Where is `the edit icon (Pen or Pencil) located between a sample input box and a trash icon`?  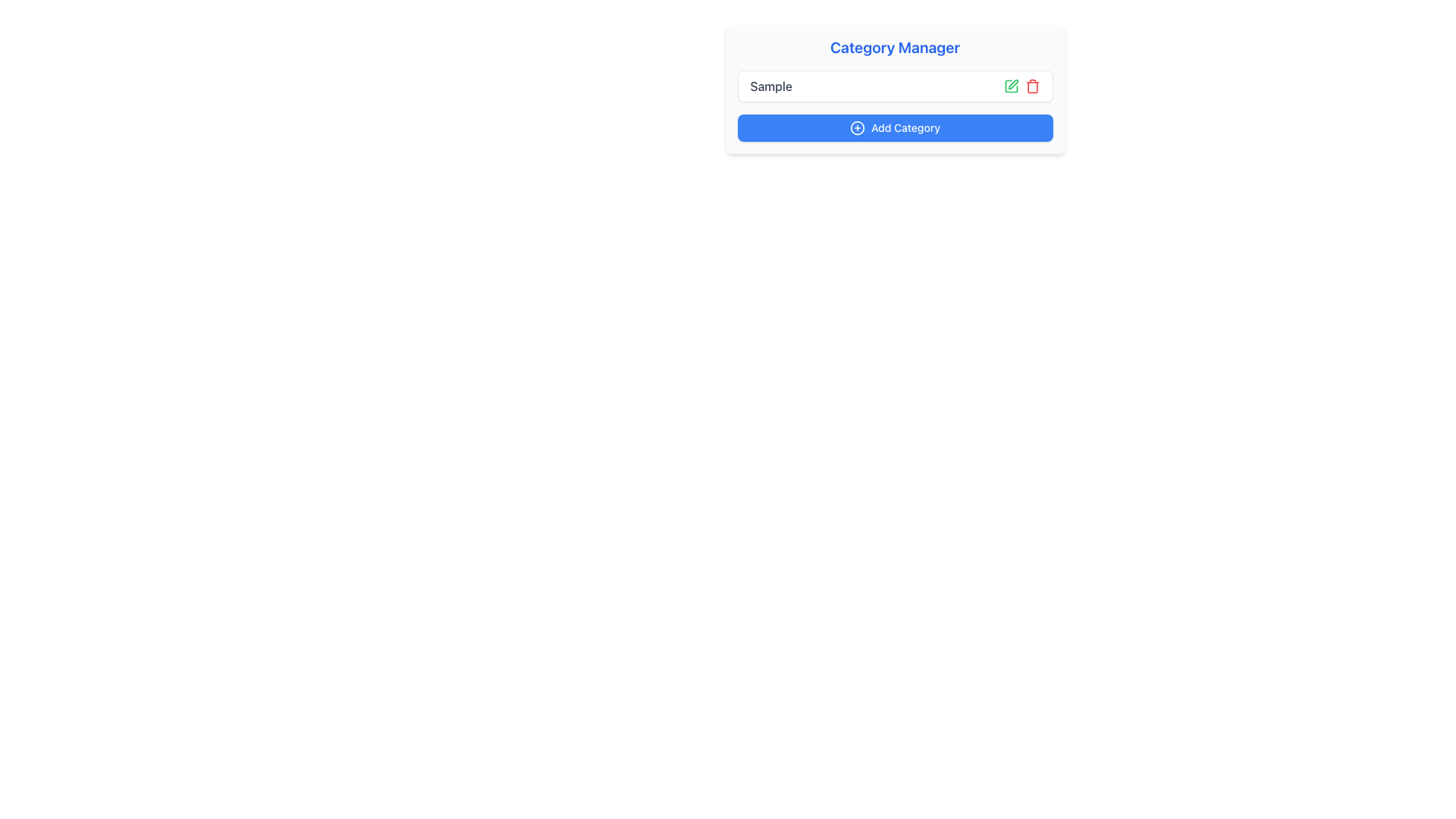 the edit icon (Pen or Pencil) located between a sample input box and a trash icon is located at coordinates (1011, 86).